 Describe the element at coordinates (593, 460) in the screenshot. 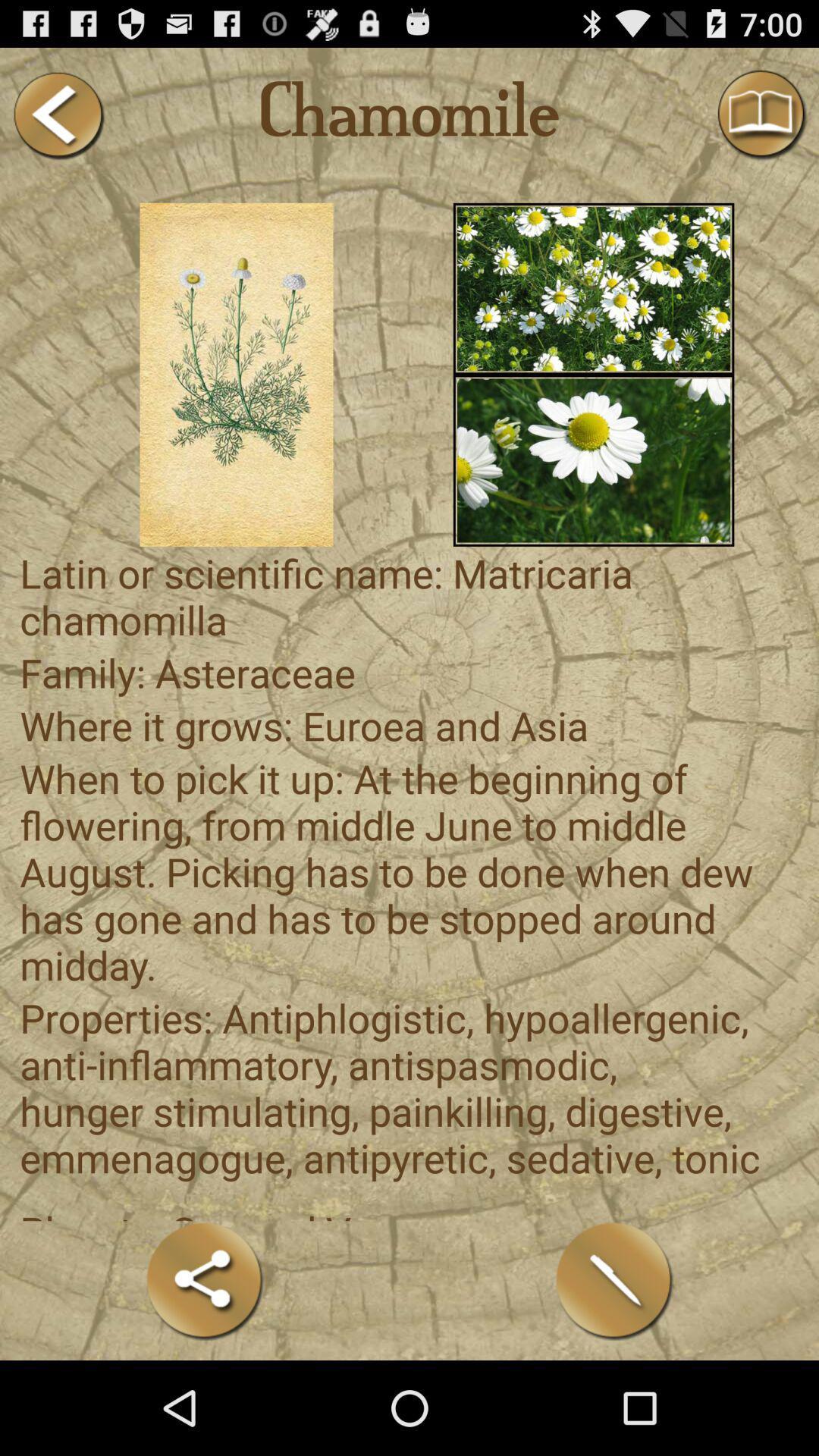

I see `photo` at that location.